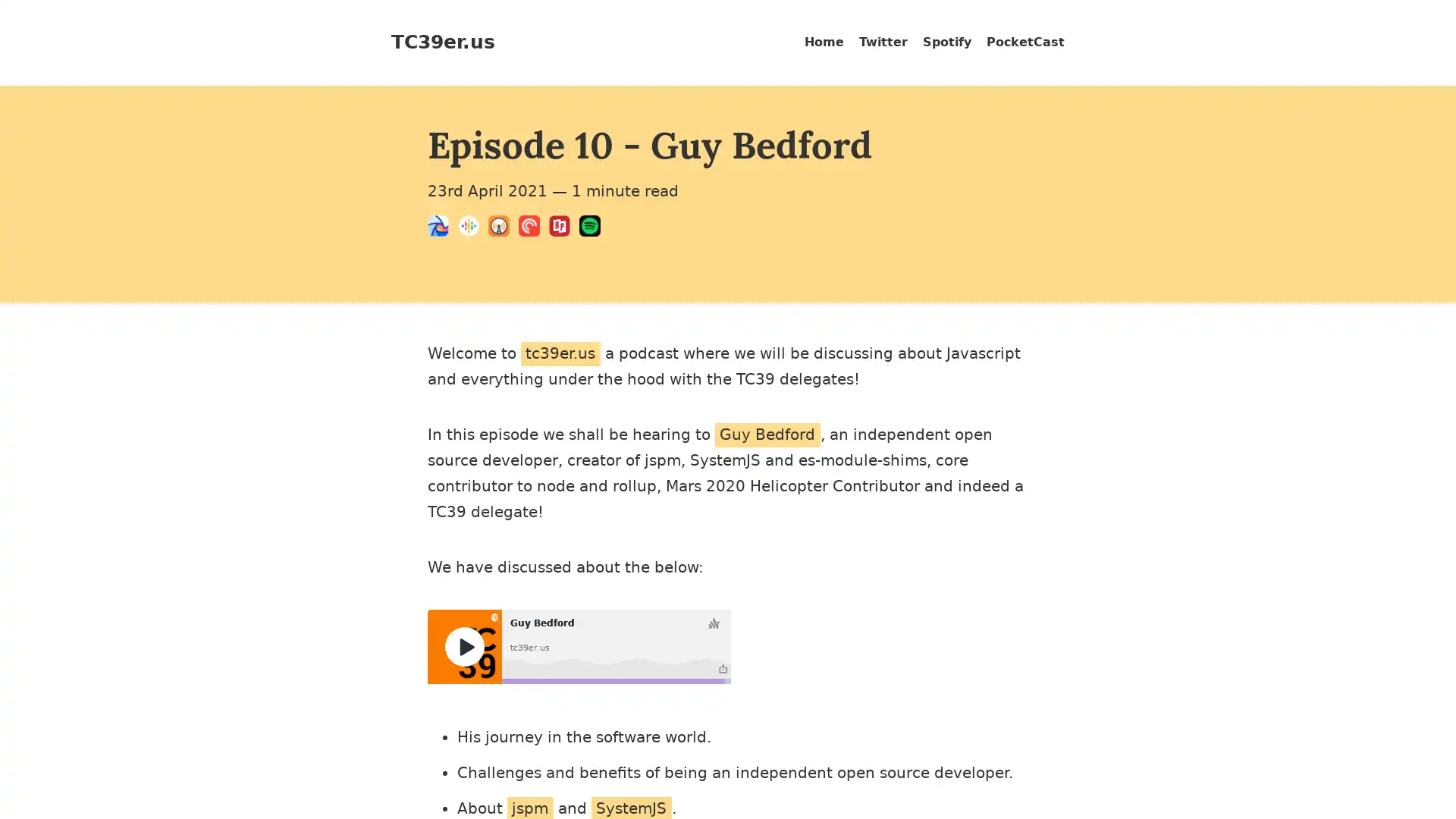 The height and width of the screenshot is (819, 1456). I want to click on RadioPublic Logo, so click(563, 228).